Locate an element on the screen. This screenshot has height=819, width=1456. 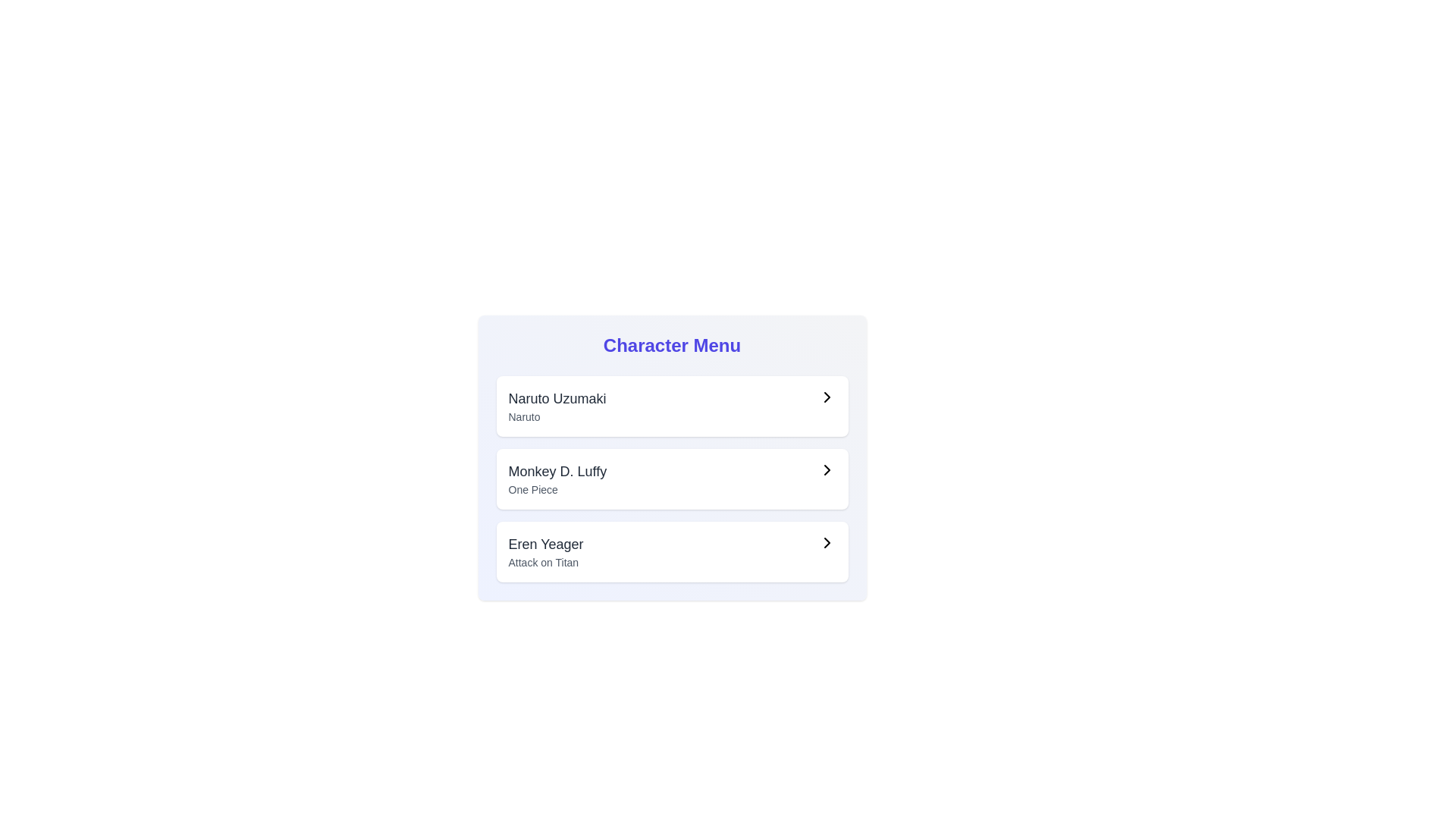
the text element displaying 'Eren Yeager' to use it as a reference for selecting the associated list item is located at coordinates (546, 543).